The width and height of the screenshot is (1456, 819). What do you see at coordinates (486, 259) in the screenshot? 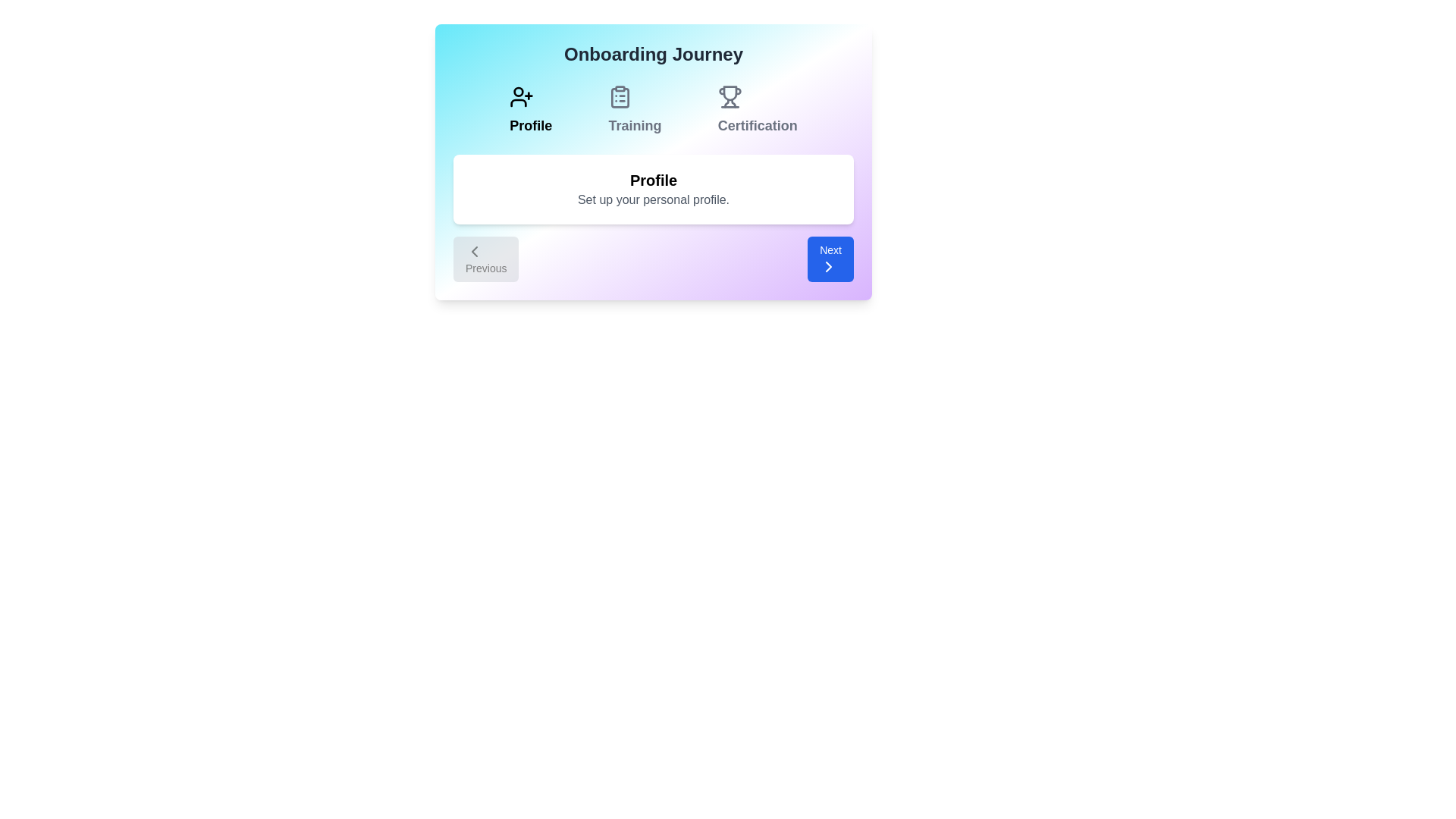
I see `the 'Previous' button to navigate to the previous onboarding step` at bounding box center [486, 259].